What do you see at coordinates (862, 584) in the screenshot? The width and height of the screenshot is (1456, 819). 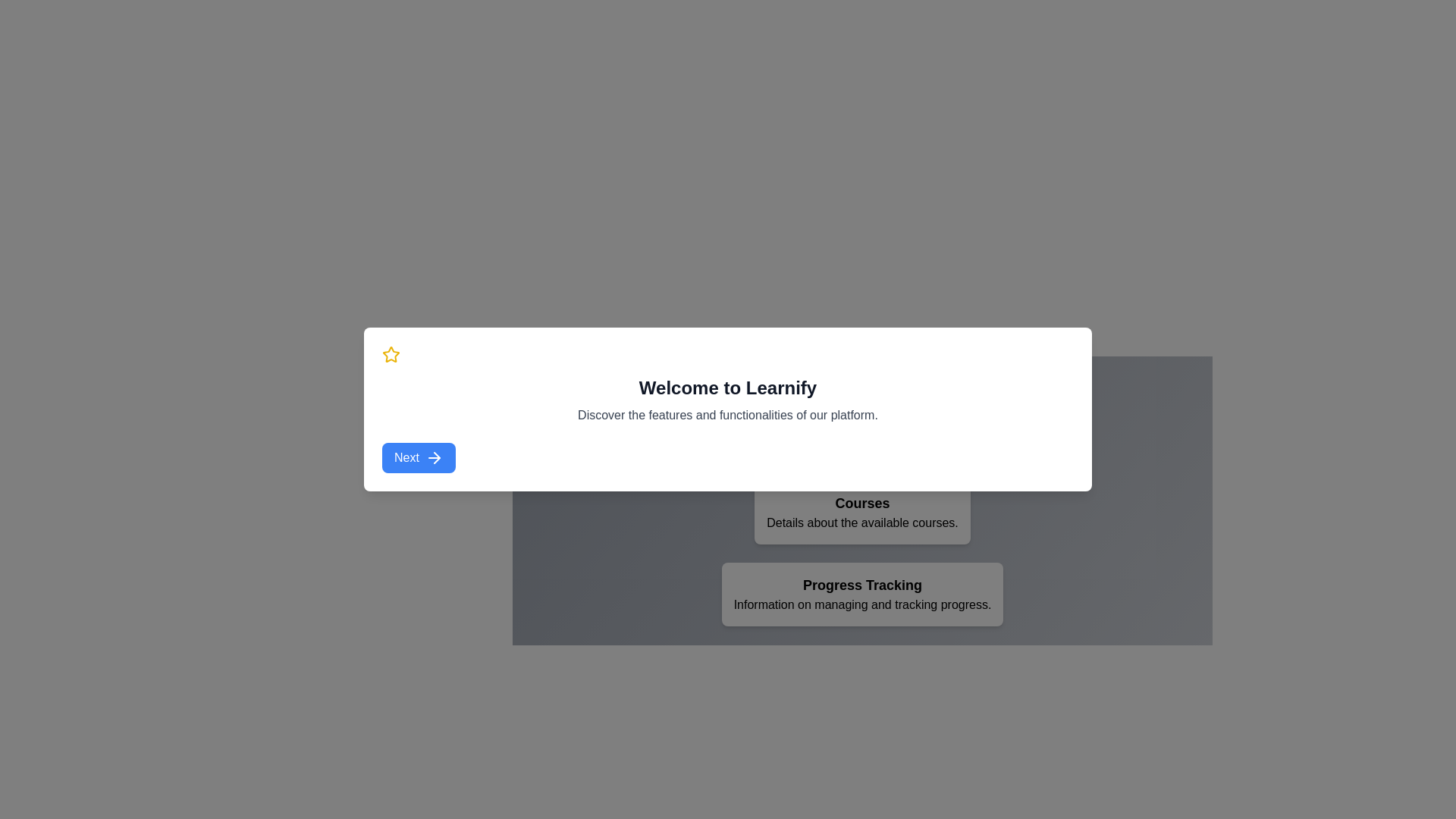 I see `the 'Progress Tracking' label, which is a bold text element located at the top of a rectangular card with a light background and rounded edges` at bounding box center [862, 584].